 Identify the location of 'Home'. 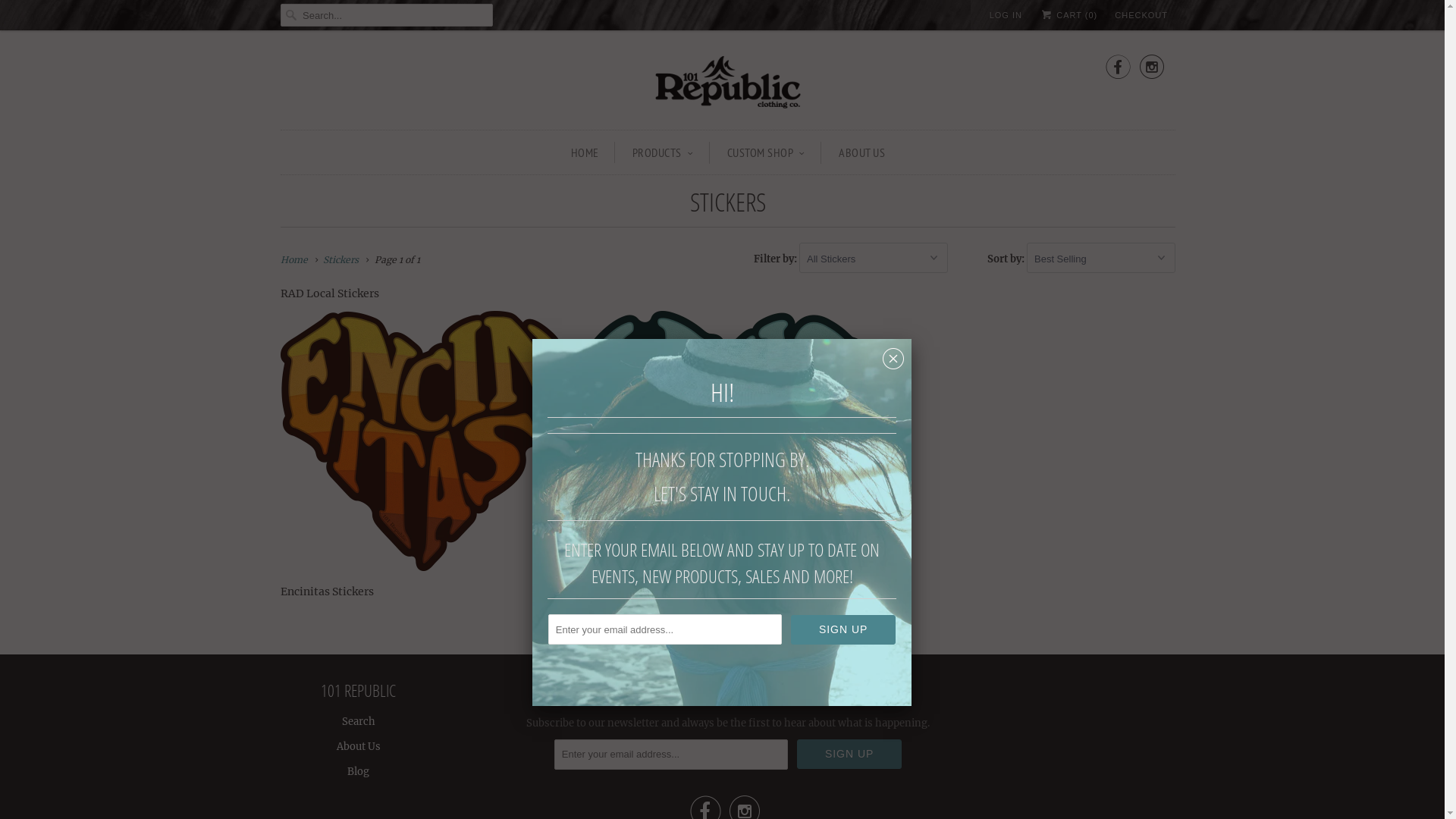
(294, 259).